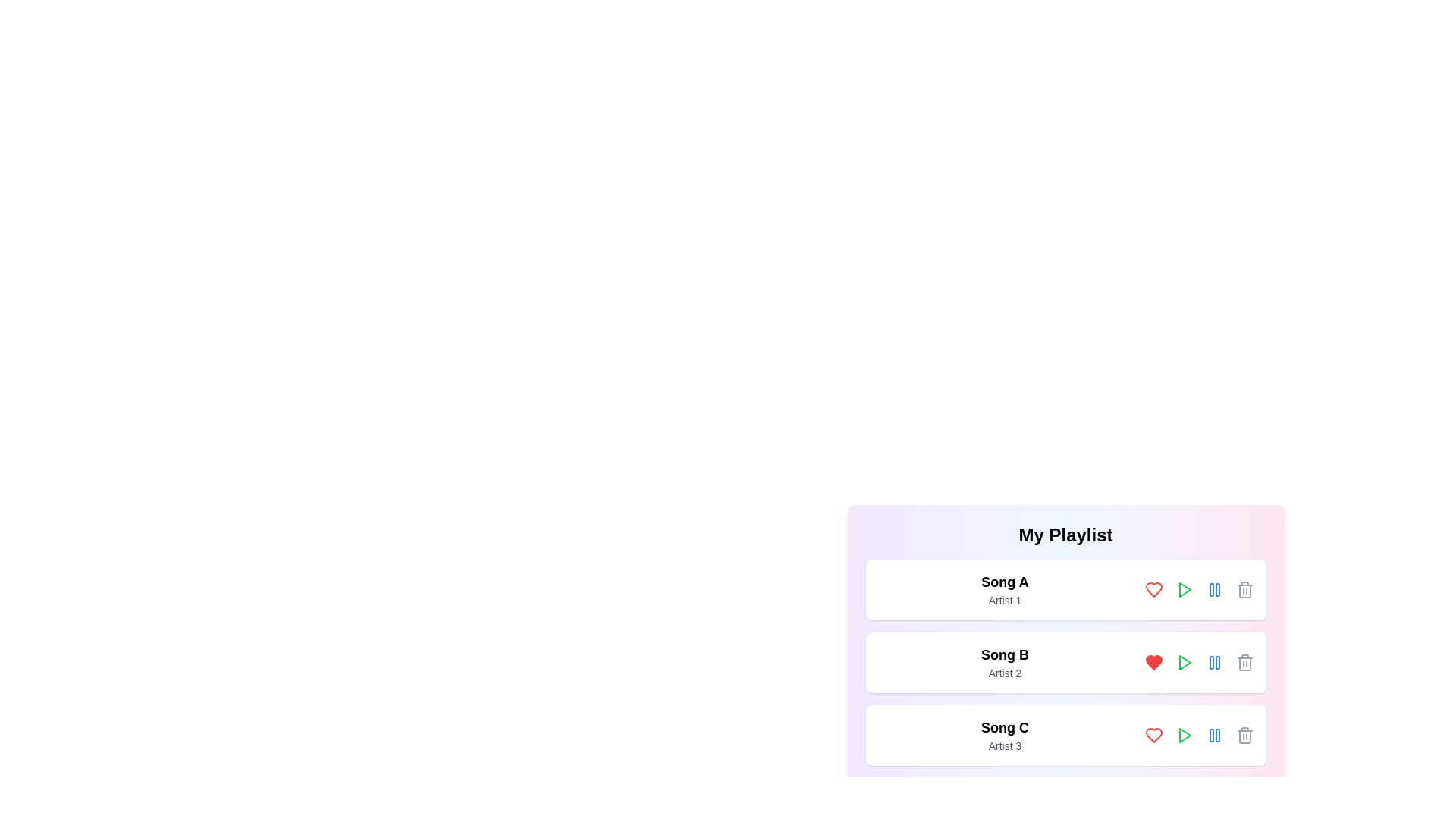 The height and width of the screenshot is (819, 1456). I want to click on the play button for Song C, so click(1183, 734).